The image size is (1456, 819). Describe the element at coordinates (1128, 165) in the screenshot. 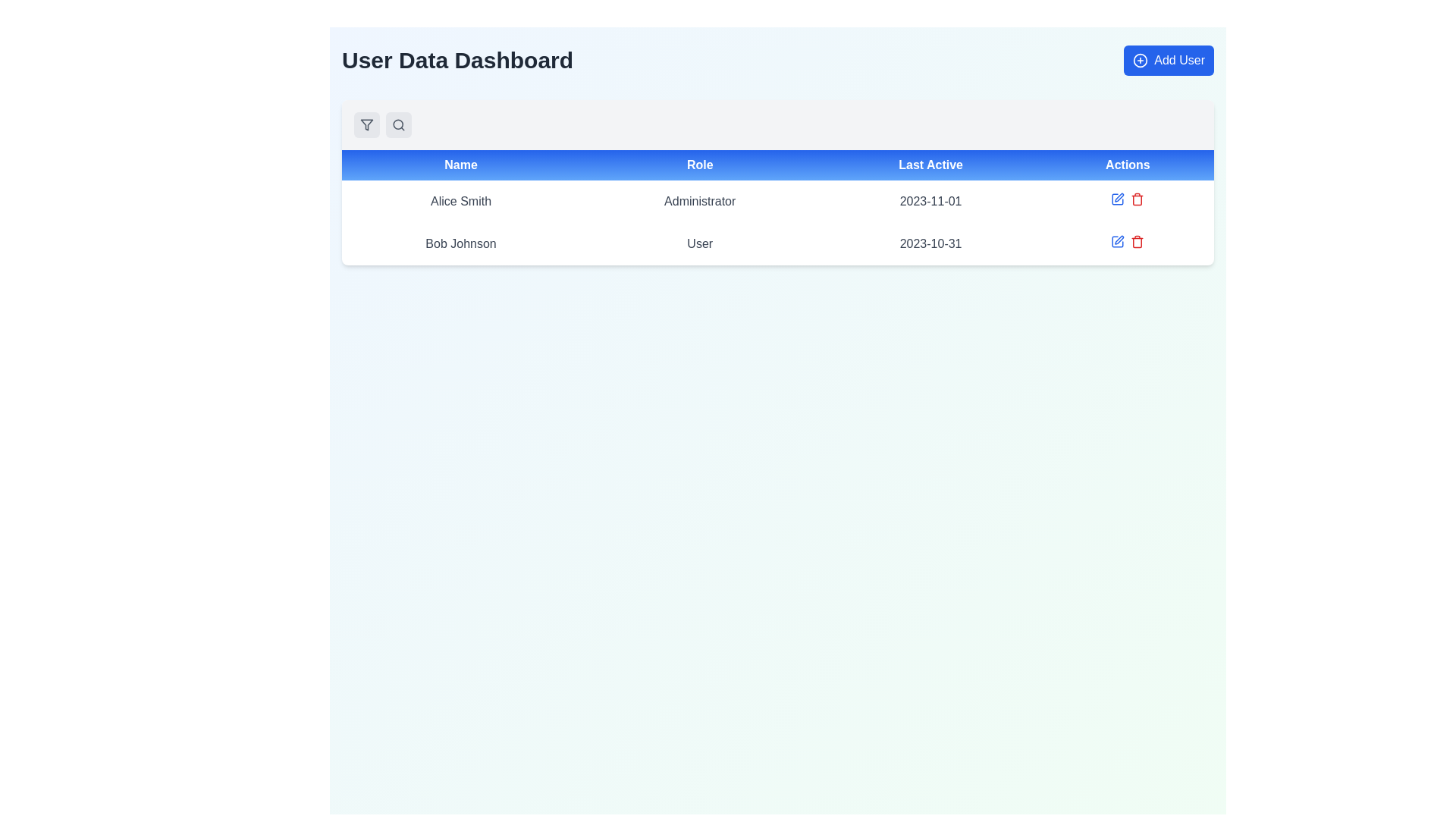

I see `the rightmost header label that indicates the type of content displayed in the column below, which is positioned to the right of the 'Last Active' label` at that location.